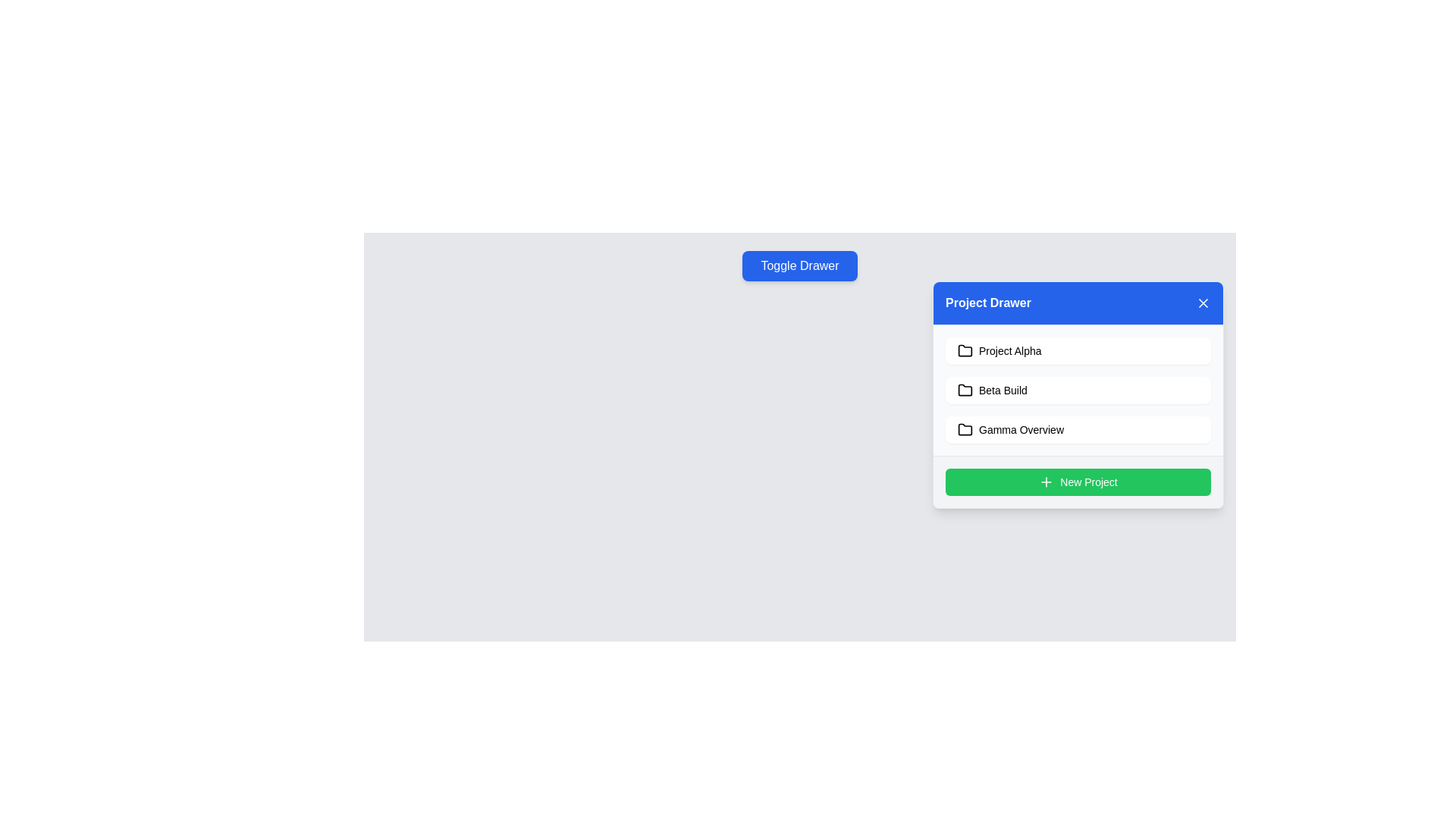 The width and height of the screenshot is (1456, 819). What do you see at coordinates (1077, 430) in the screenshot?
I see `the 'Gamma Overview' button, which is the third item in the 'Project Drawer' list` at bounding box center [1077, 430].